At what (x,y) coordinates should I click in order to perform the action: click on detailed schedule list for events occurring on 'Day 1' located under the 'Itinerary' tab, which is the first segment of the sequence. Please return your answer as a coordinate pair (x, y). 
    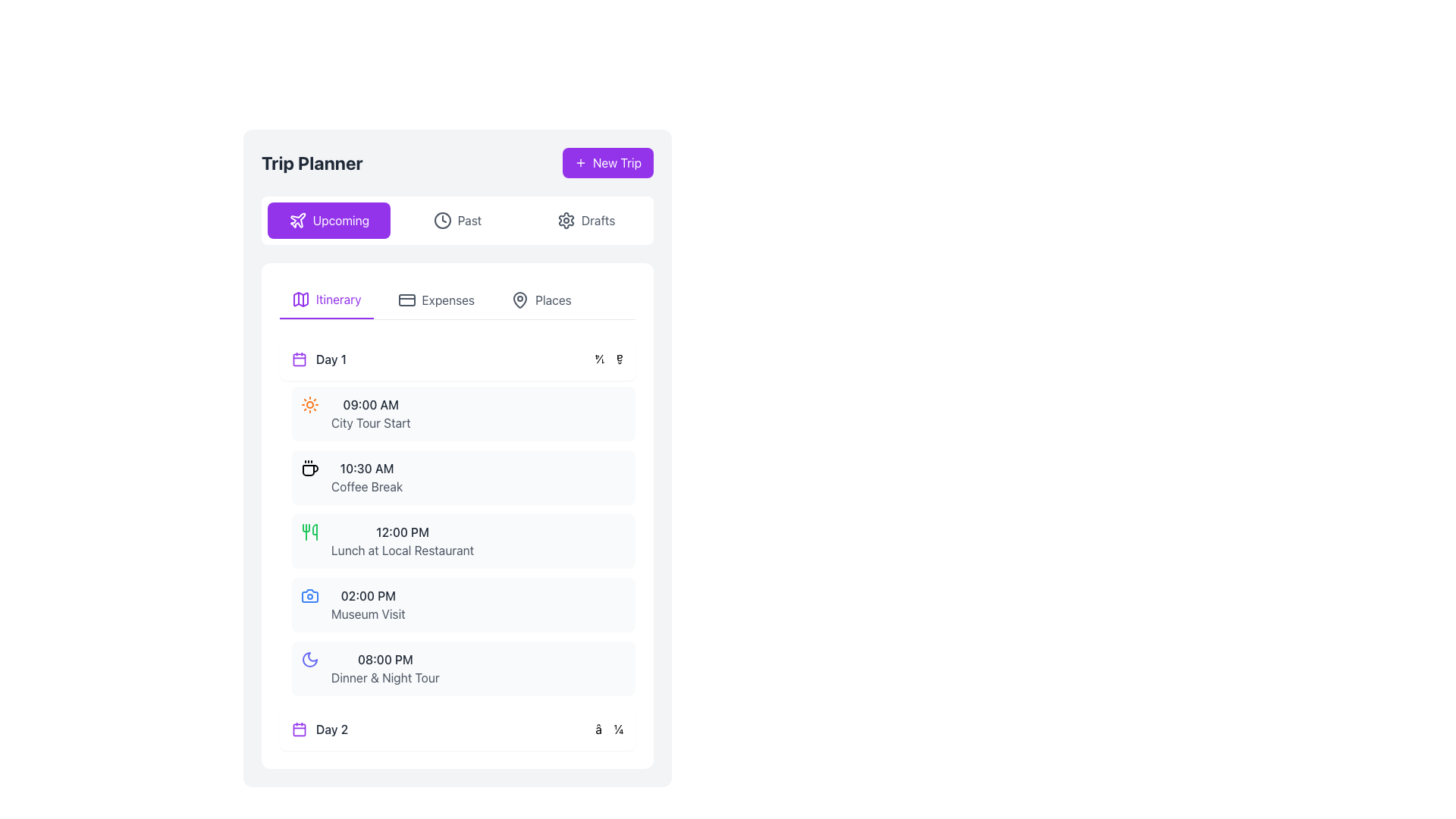
    Looking at the image, I should click on (457, 516).